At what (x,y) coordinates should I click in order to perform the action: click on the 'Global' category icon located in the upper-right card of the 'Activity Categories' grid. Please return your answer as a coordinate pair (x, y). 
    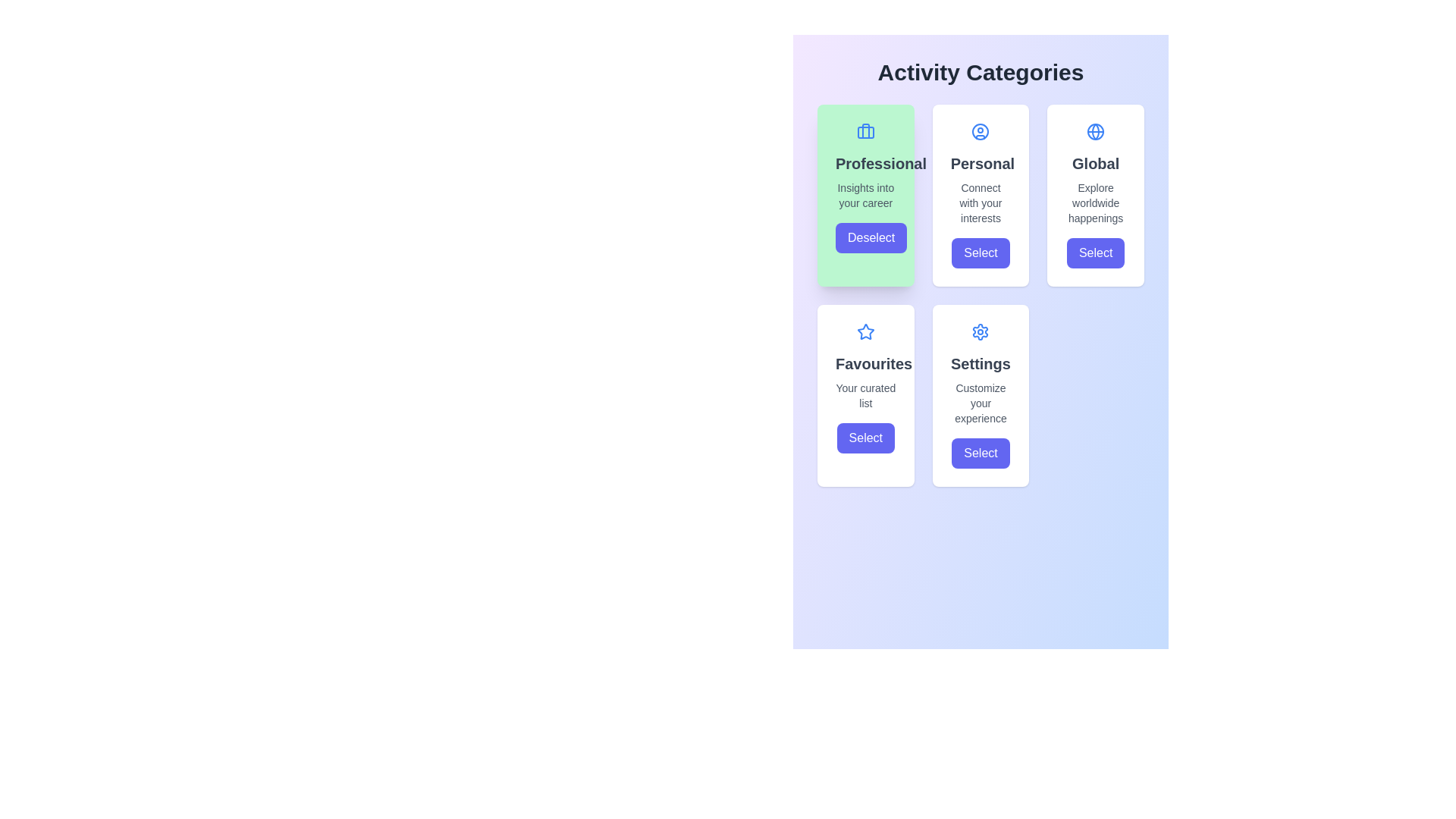
    Looking at the image, I should click on (1096, 130).